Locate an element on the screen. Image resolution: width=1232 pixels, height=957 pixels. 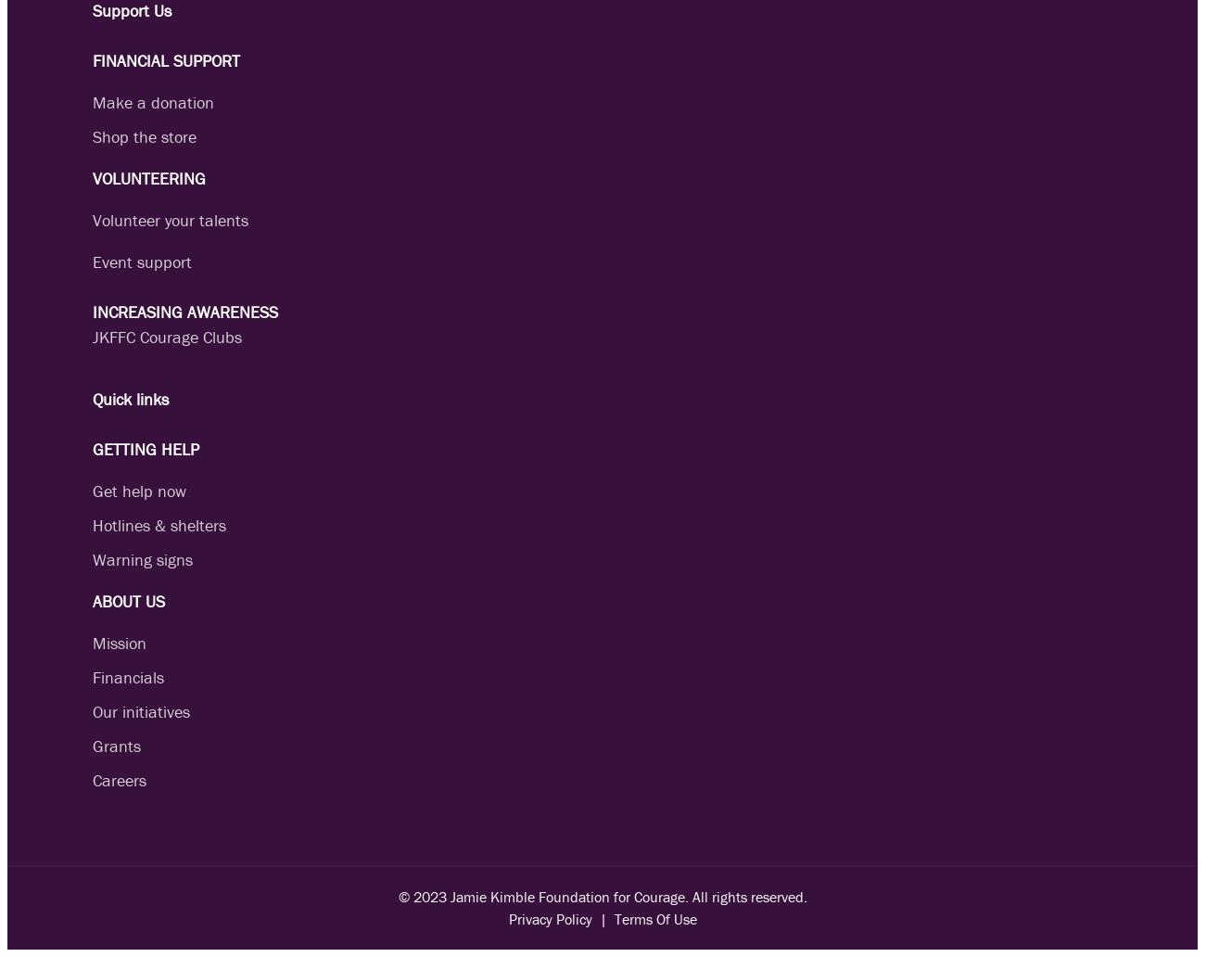
'VOLUNTEERING' is located at coordinates (148, 177).